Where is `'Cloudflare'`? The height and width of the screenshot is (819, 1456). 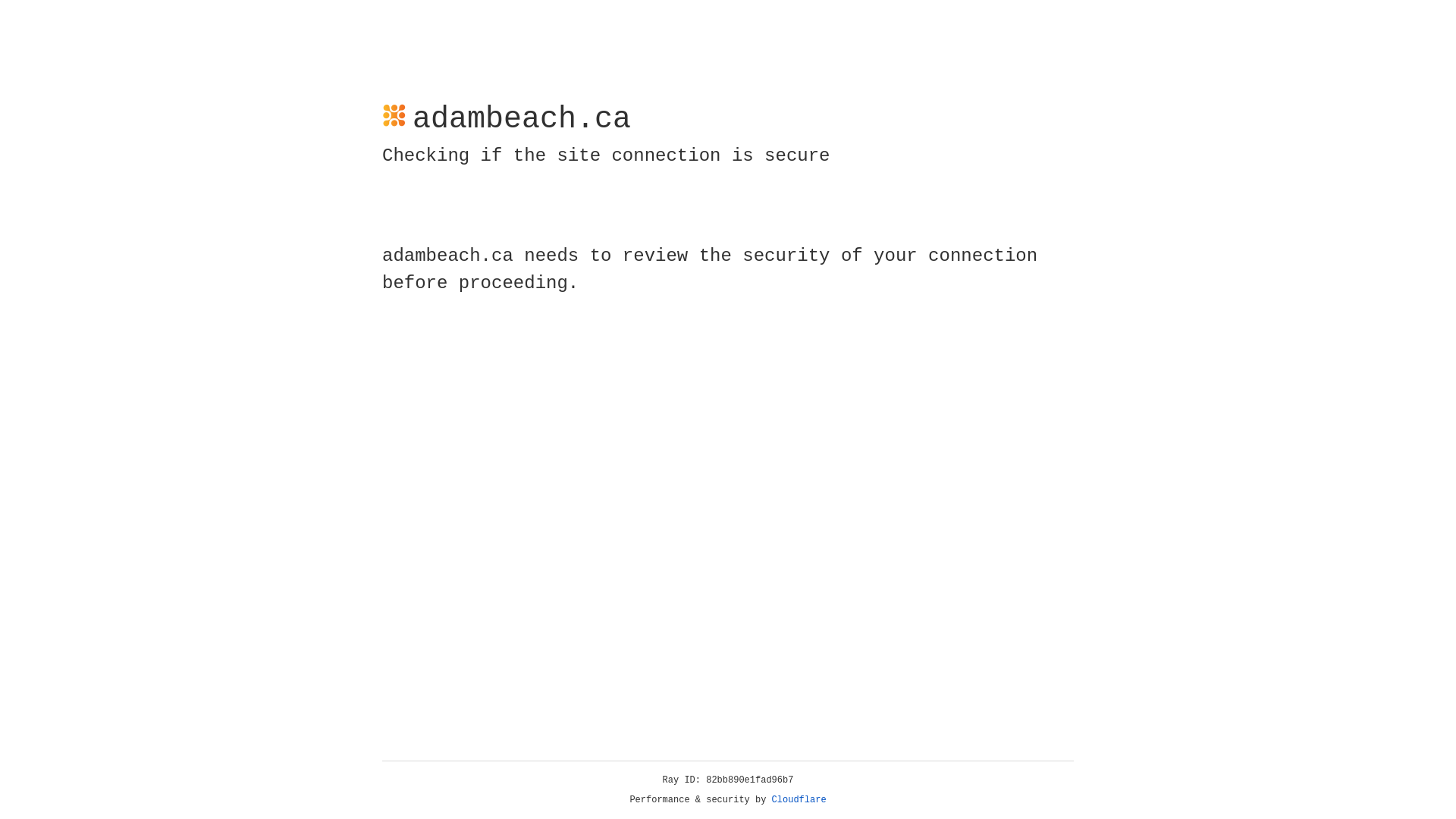
'Cloudflare' is located at coordinates (799, 799).